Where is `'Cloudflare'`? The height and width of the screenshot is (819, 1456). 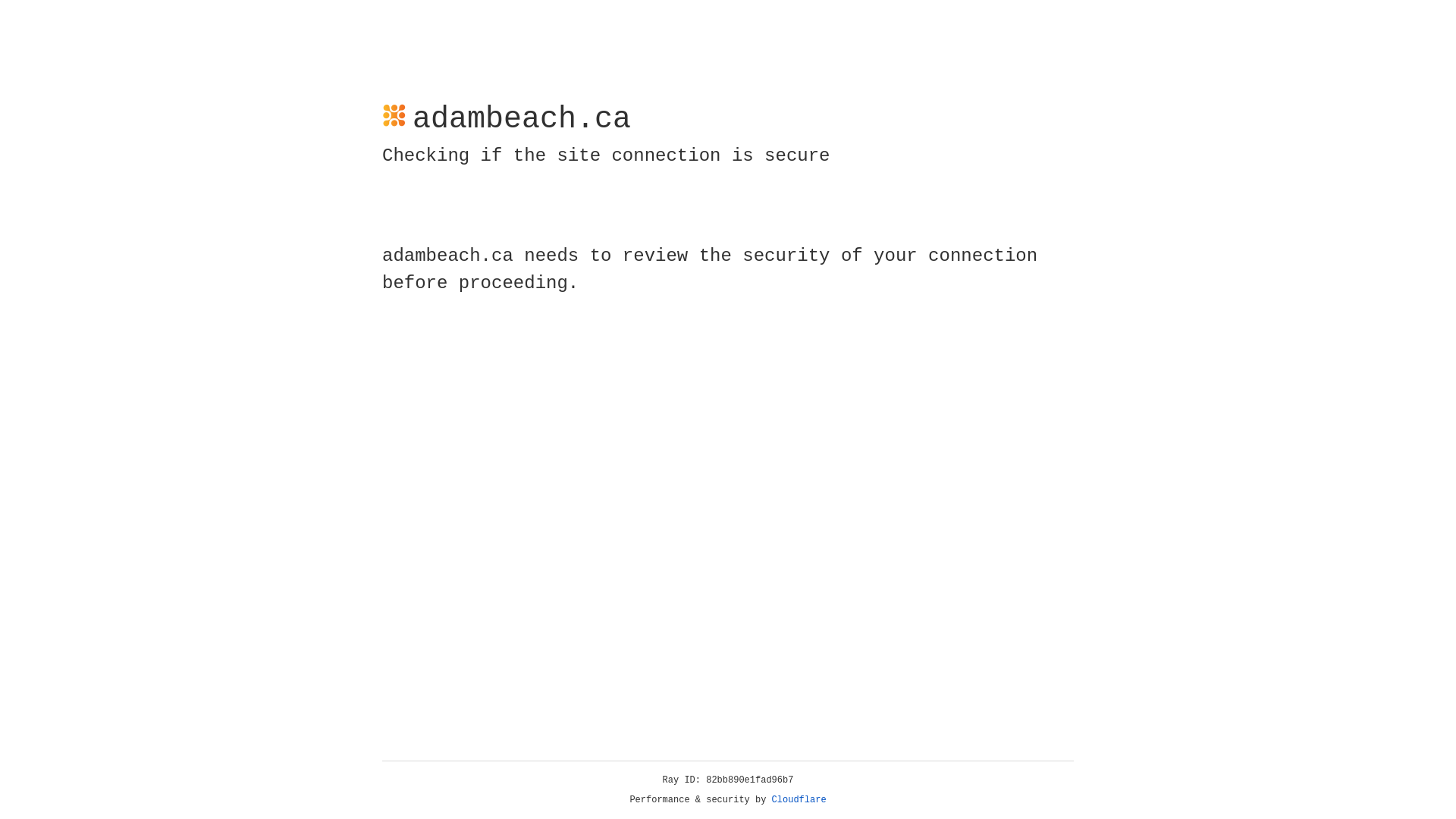
'Cloudflare' is located at coordinates (799, 799).